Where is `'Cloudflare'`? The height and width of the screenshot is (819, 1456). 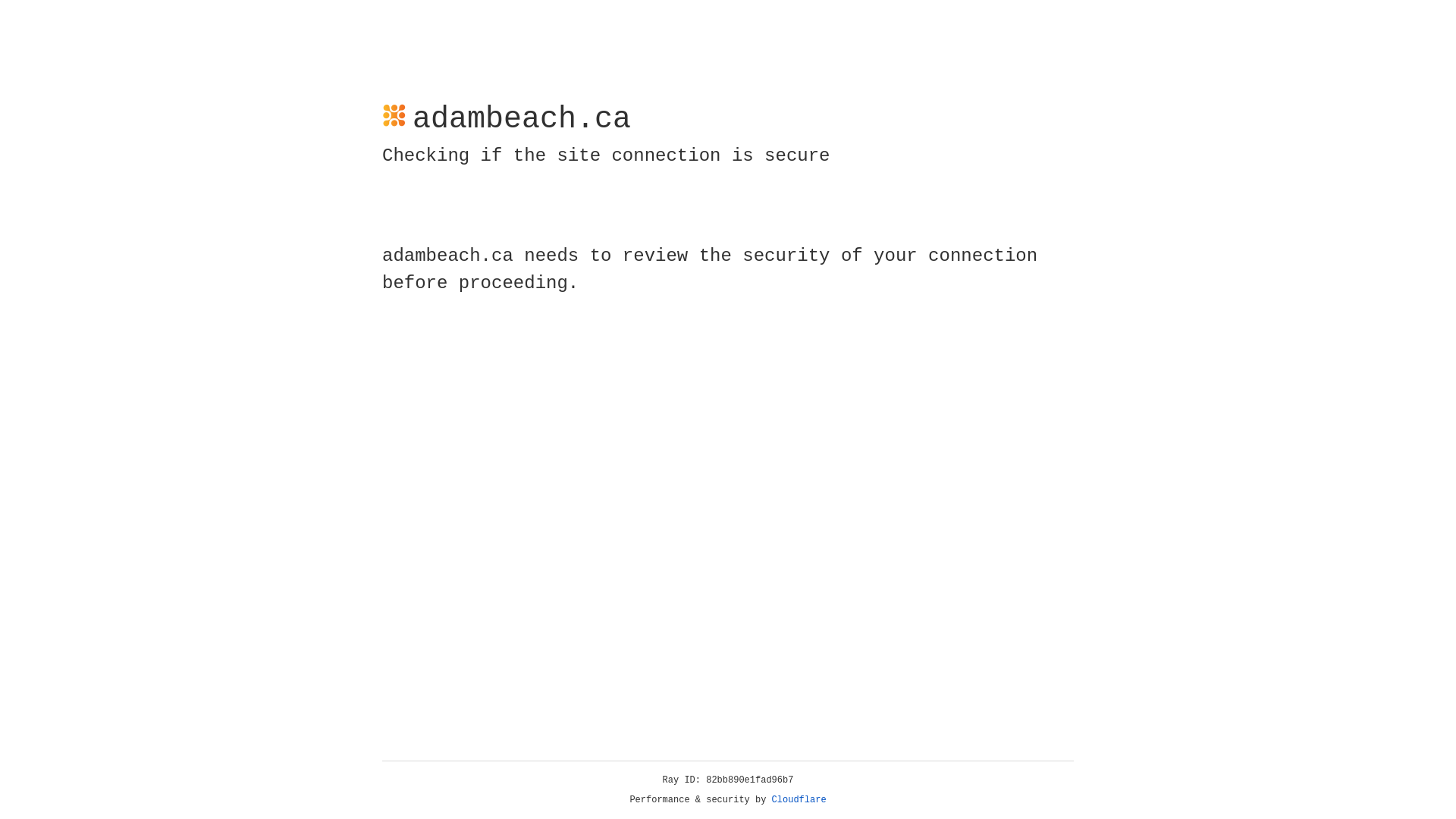
'Cloudflare' is located at coordinates (799, 799).